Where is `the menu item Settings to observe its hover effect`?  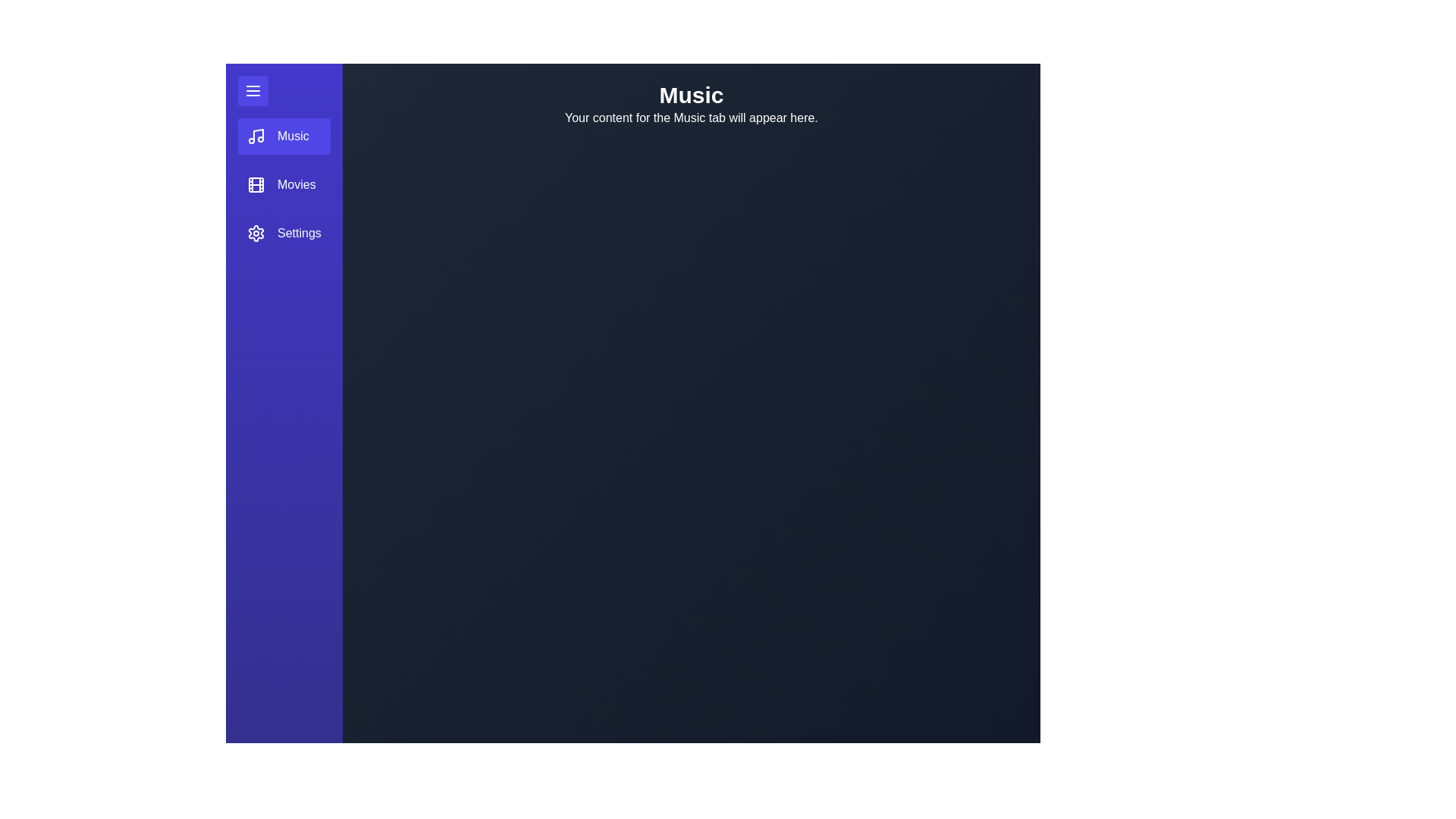 the menu item Settings to observe its hover effect is located at coordinates (284, 234).